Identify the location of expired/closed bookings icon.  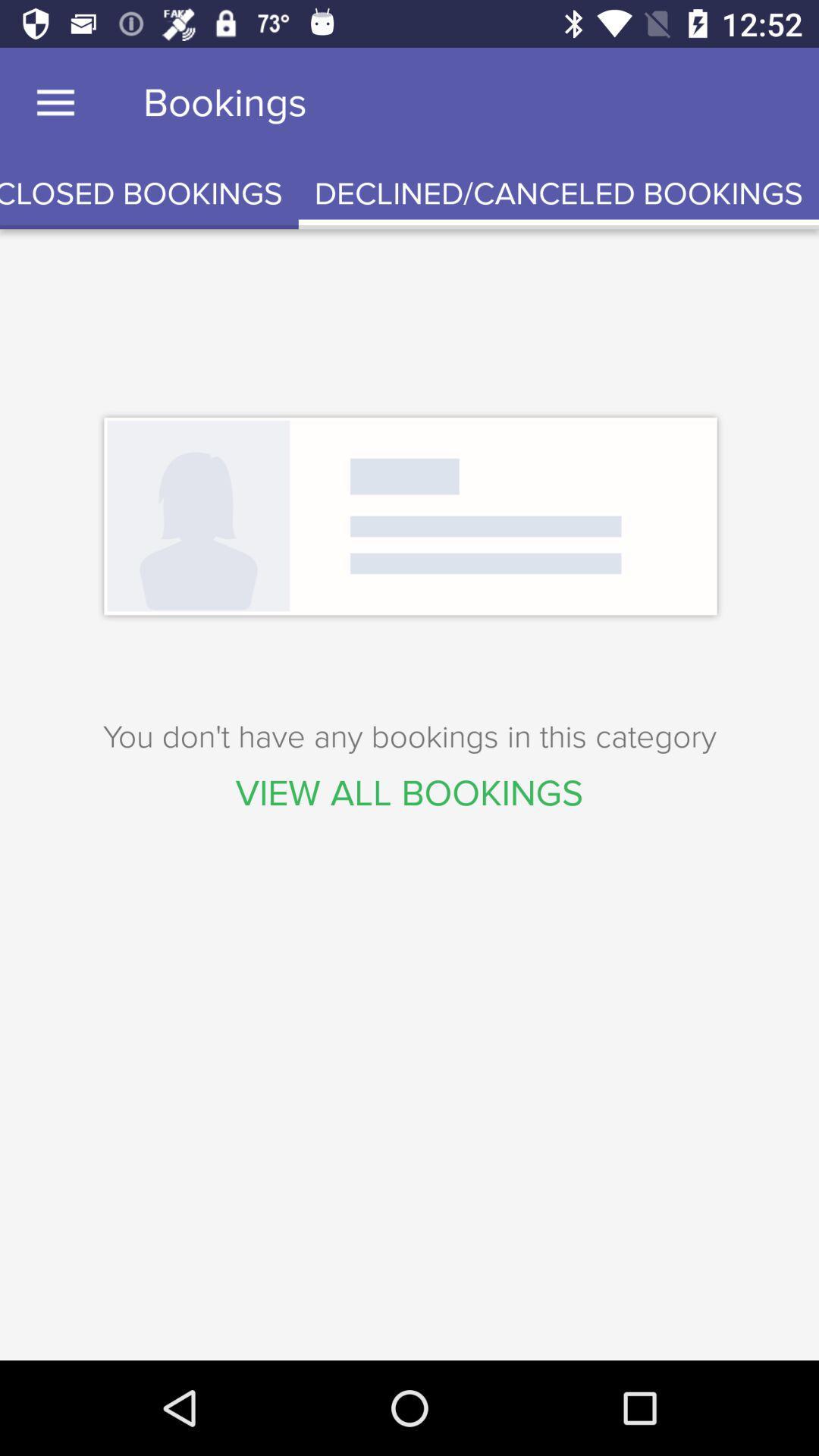
(149, 193).